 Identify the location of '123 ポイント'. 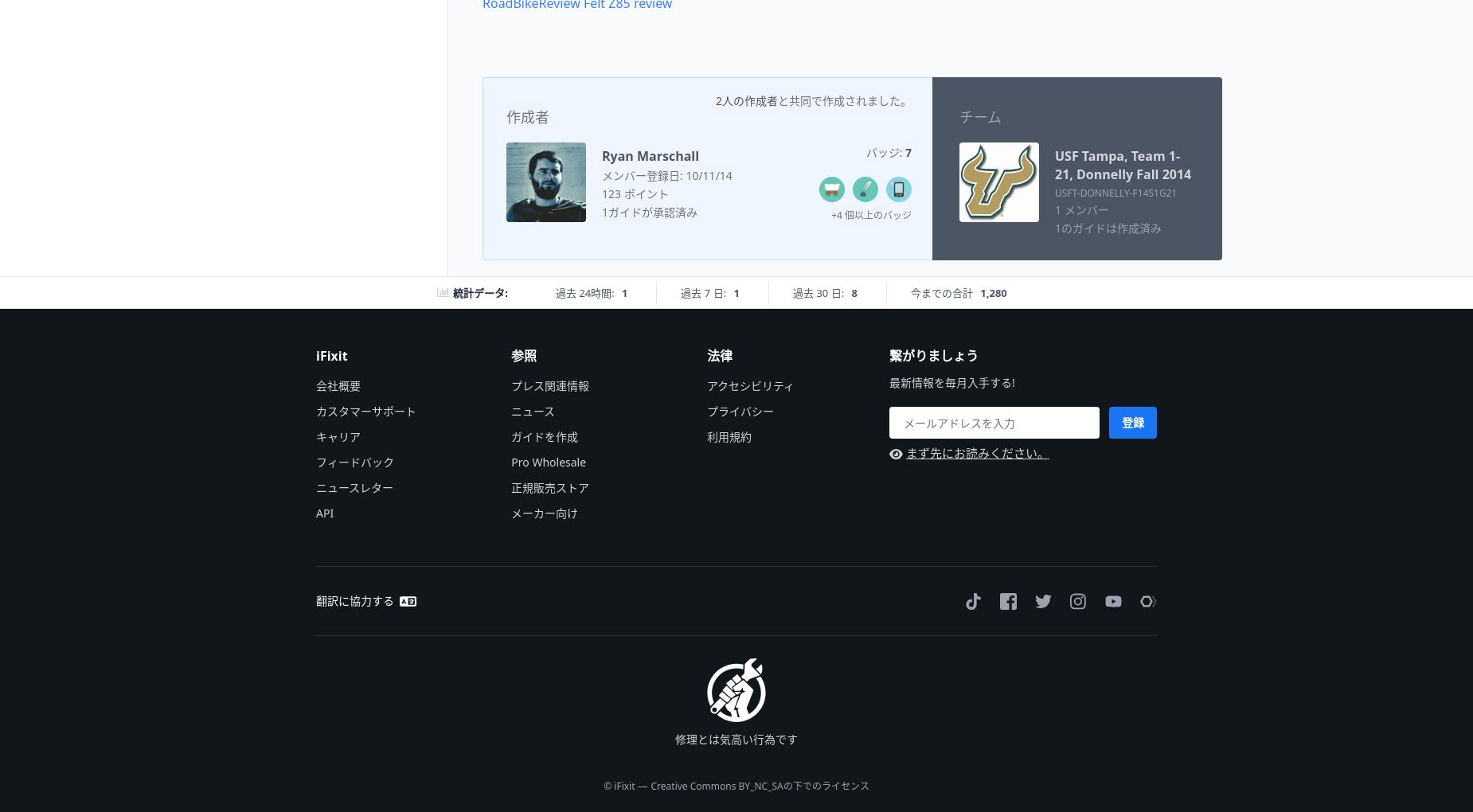
(601, 193).